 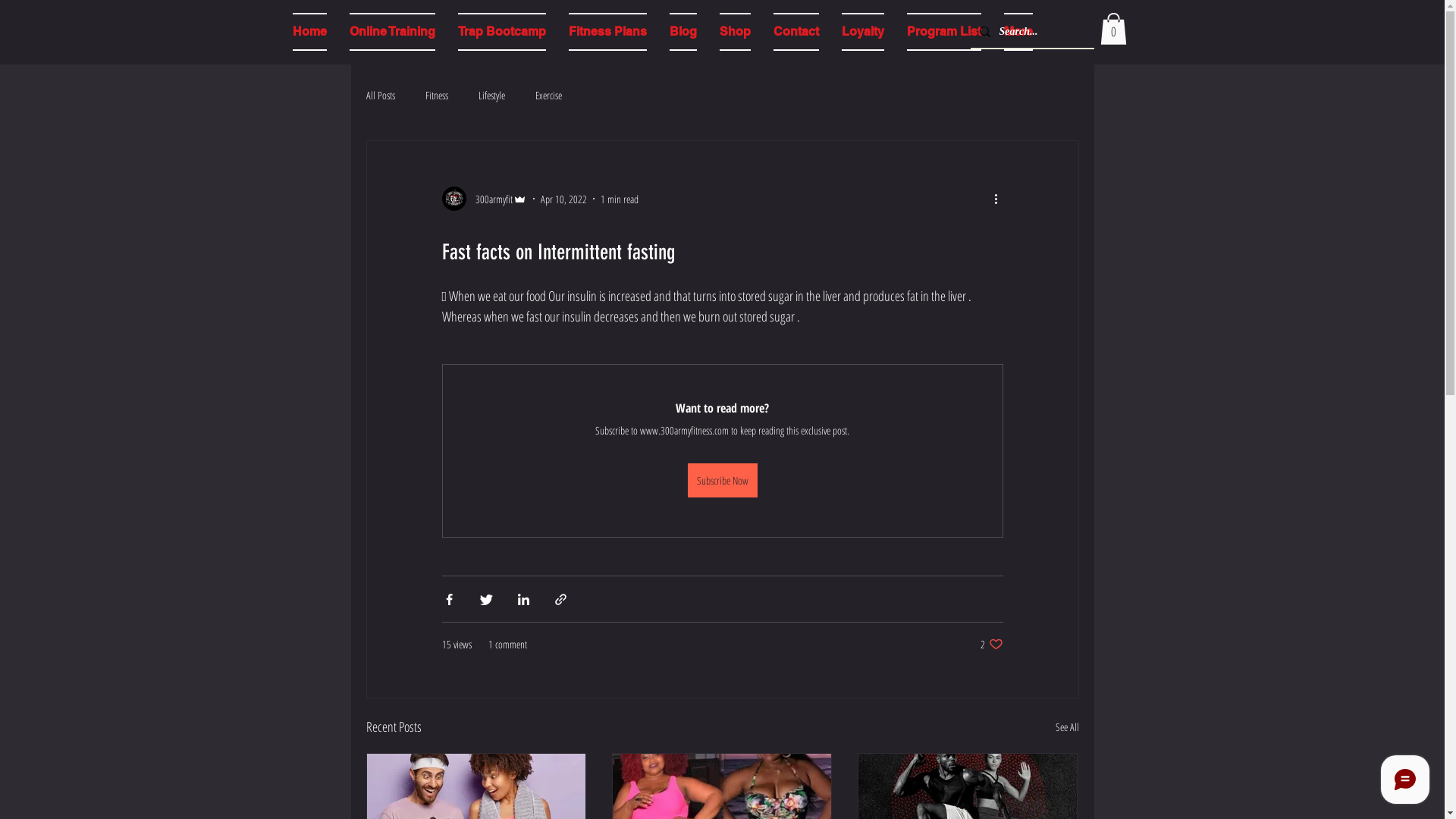 I want to click on 'All Posts', so click(x=379, y=95).